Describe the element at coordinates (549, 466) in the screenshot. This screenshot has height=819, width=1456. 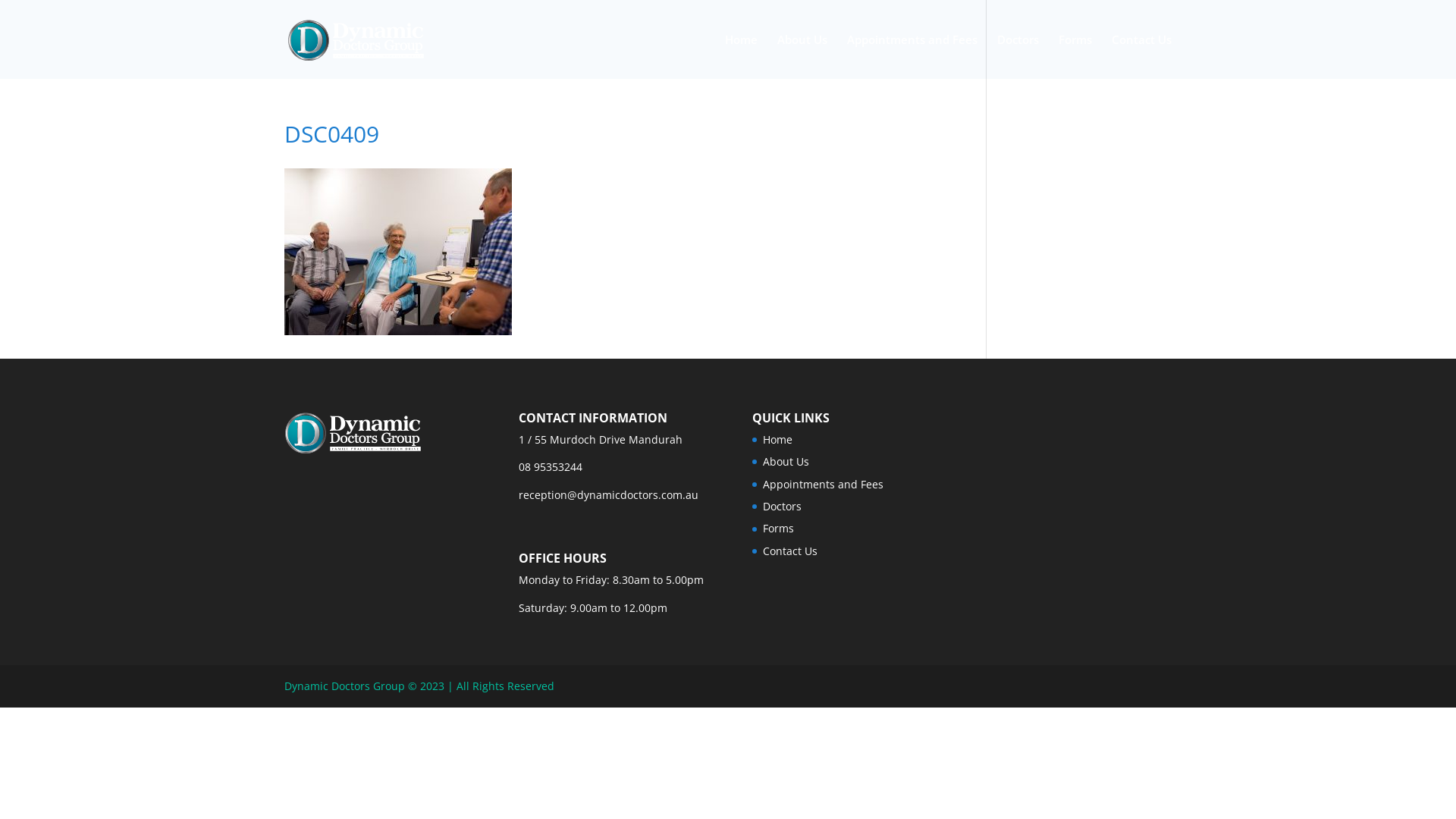
I see `'08 95353244'` at that location.